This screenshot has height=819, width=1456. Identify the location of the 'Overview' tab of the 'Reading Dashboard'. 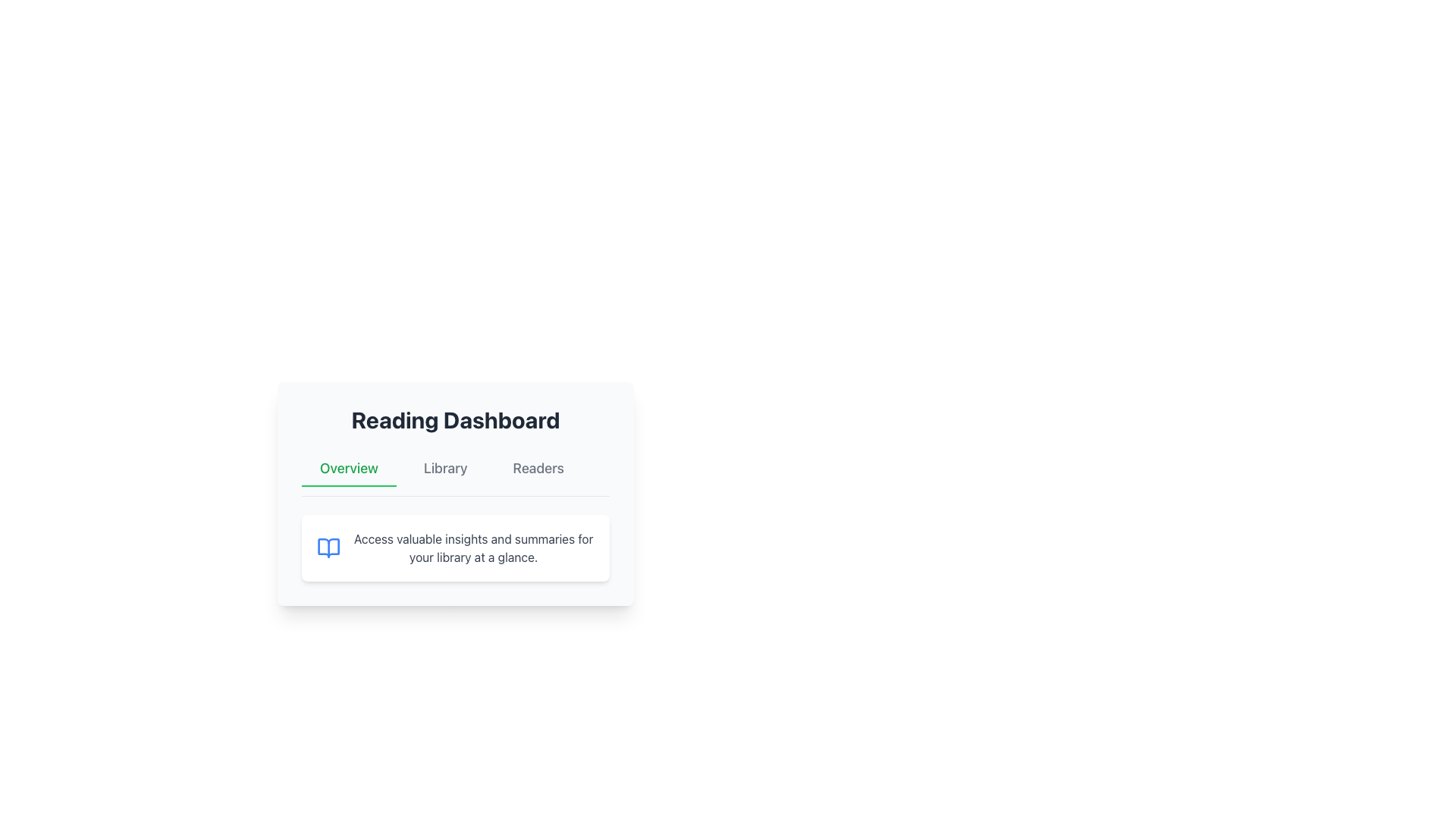
(454, 499).